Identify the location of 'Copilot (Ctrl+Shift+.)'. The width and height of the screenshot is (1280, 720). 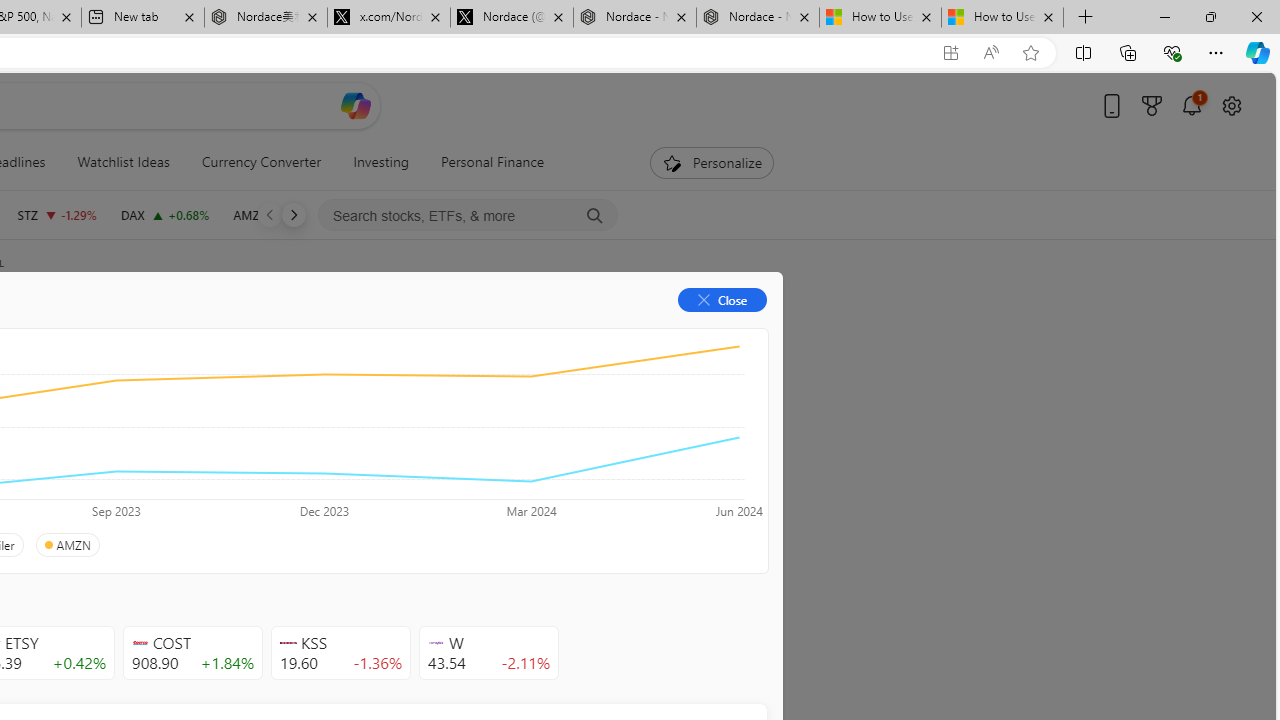
(1257, 51).